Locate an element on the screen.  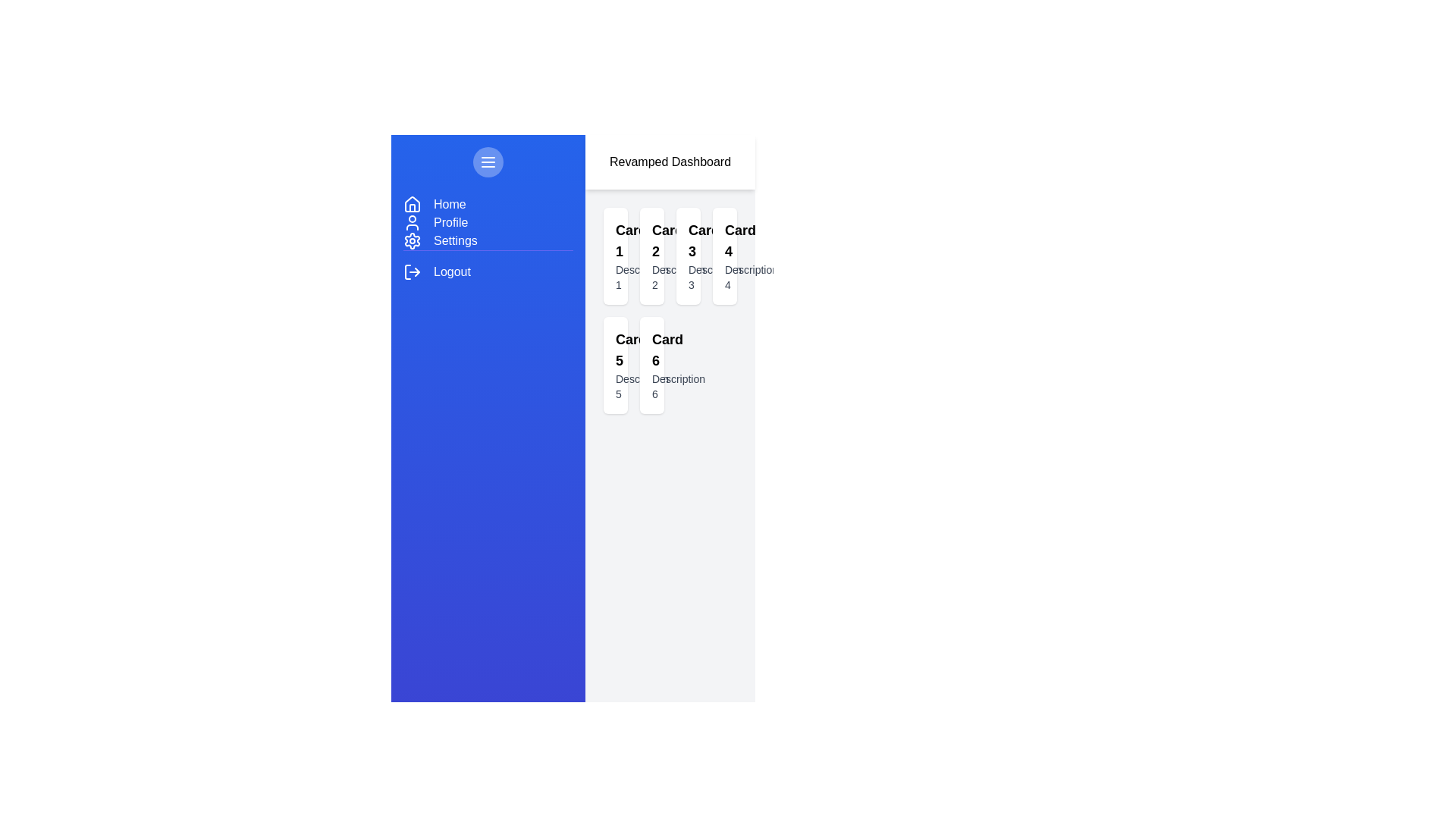
the first card in the 2x3 grid layout located under the 'Revamped Dashboard' heading is located at coordinates (615, 256).